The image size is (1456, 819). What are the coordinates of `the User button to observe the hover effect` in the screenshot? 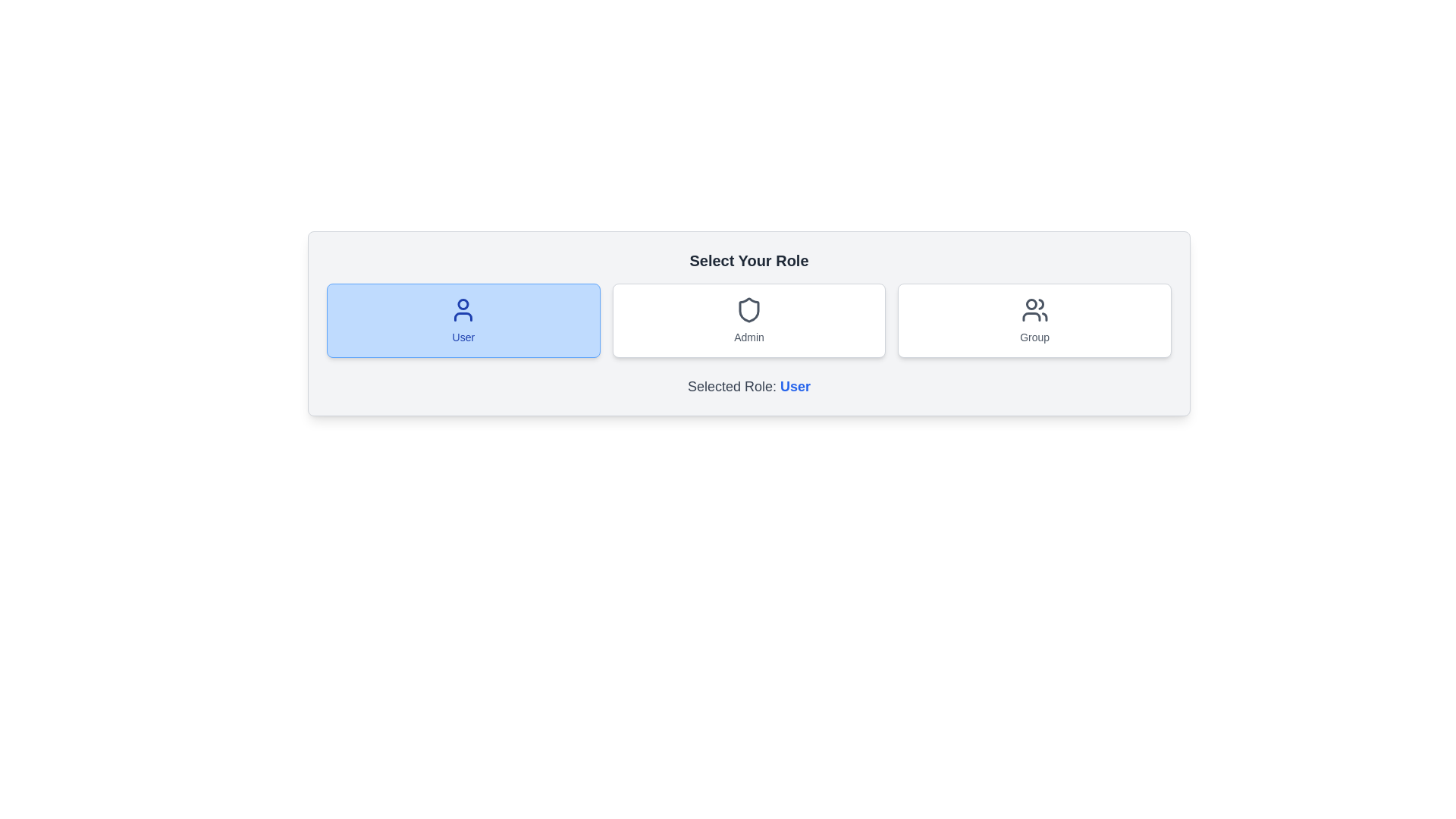 It's located at (462, 320).